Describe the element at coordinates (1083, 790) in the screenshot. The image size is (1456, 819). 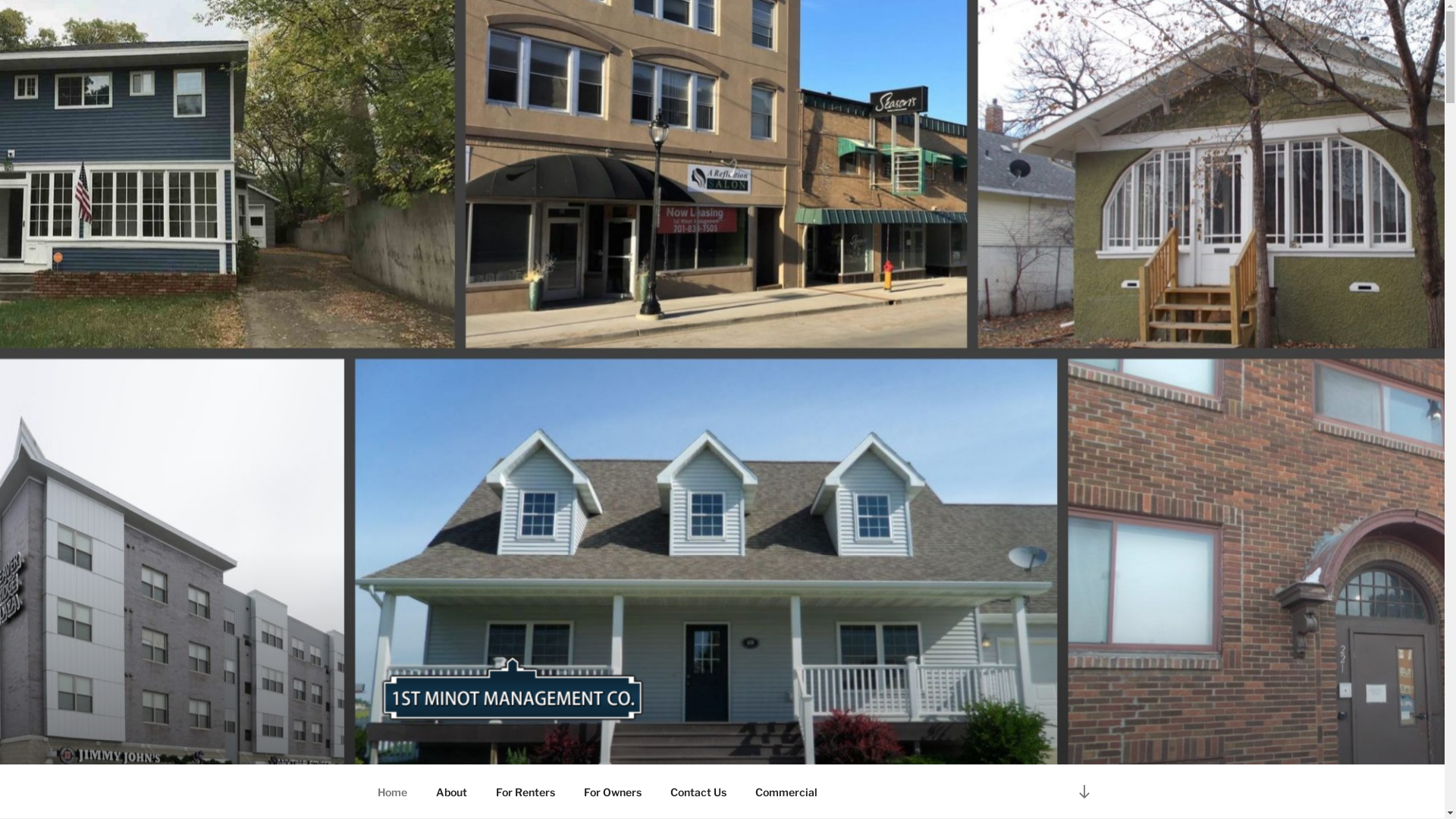
I see `'Scroll down to content'` at that location.